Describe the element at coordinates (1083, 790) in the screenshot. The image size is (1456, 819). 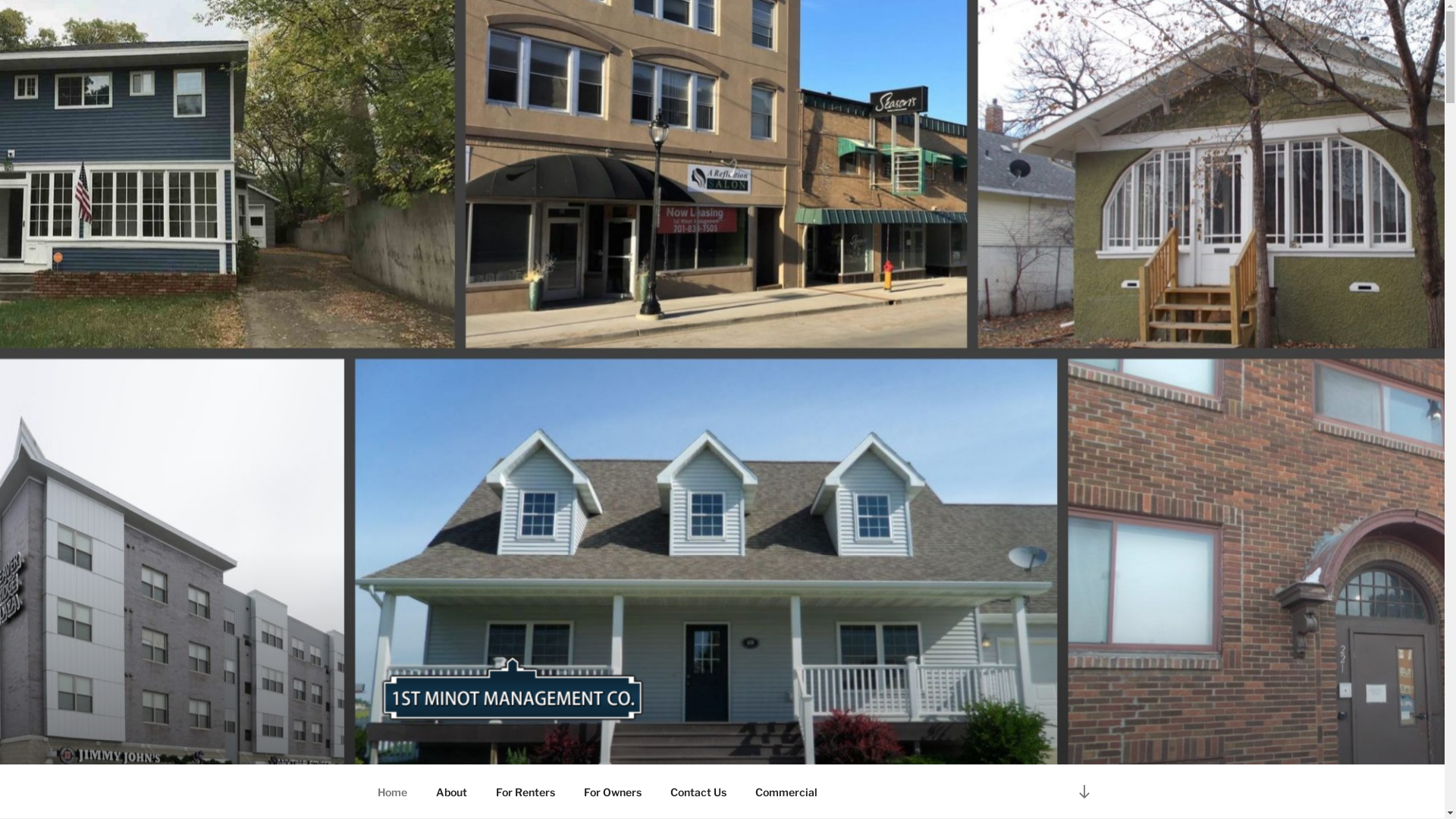
I see `'Scroll down to content'` at that location.